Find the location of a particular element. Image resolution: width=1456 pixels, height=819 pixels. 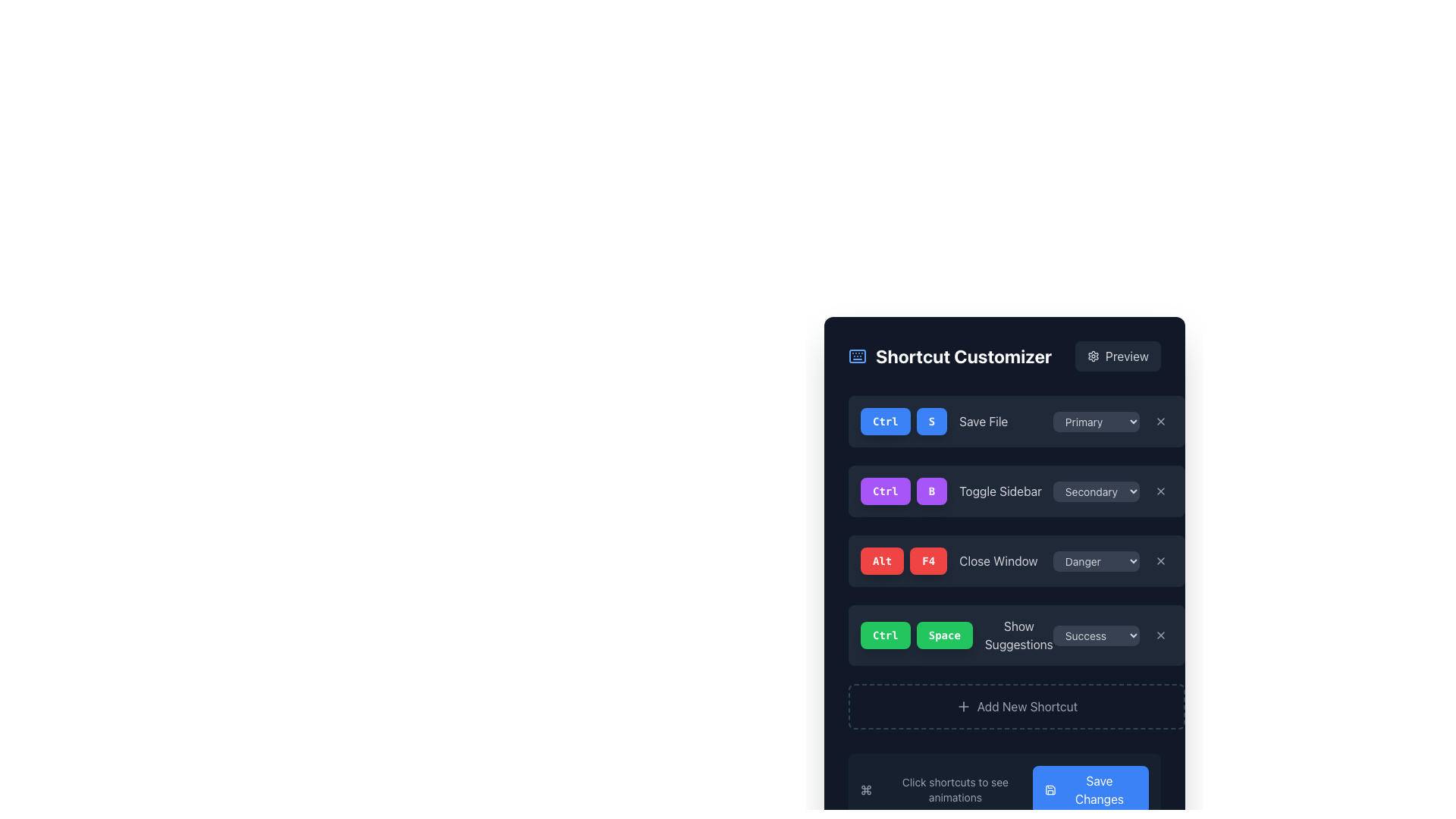

the rounded purple button with the letter 'B' in bold white text is located at coordinates (930, 491).